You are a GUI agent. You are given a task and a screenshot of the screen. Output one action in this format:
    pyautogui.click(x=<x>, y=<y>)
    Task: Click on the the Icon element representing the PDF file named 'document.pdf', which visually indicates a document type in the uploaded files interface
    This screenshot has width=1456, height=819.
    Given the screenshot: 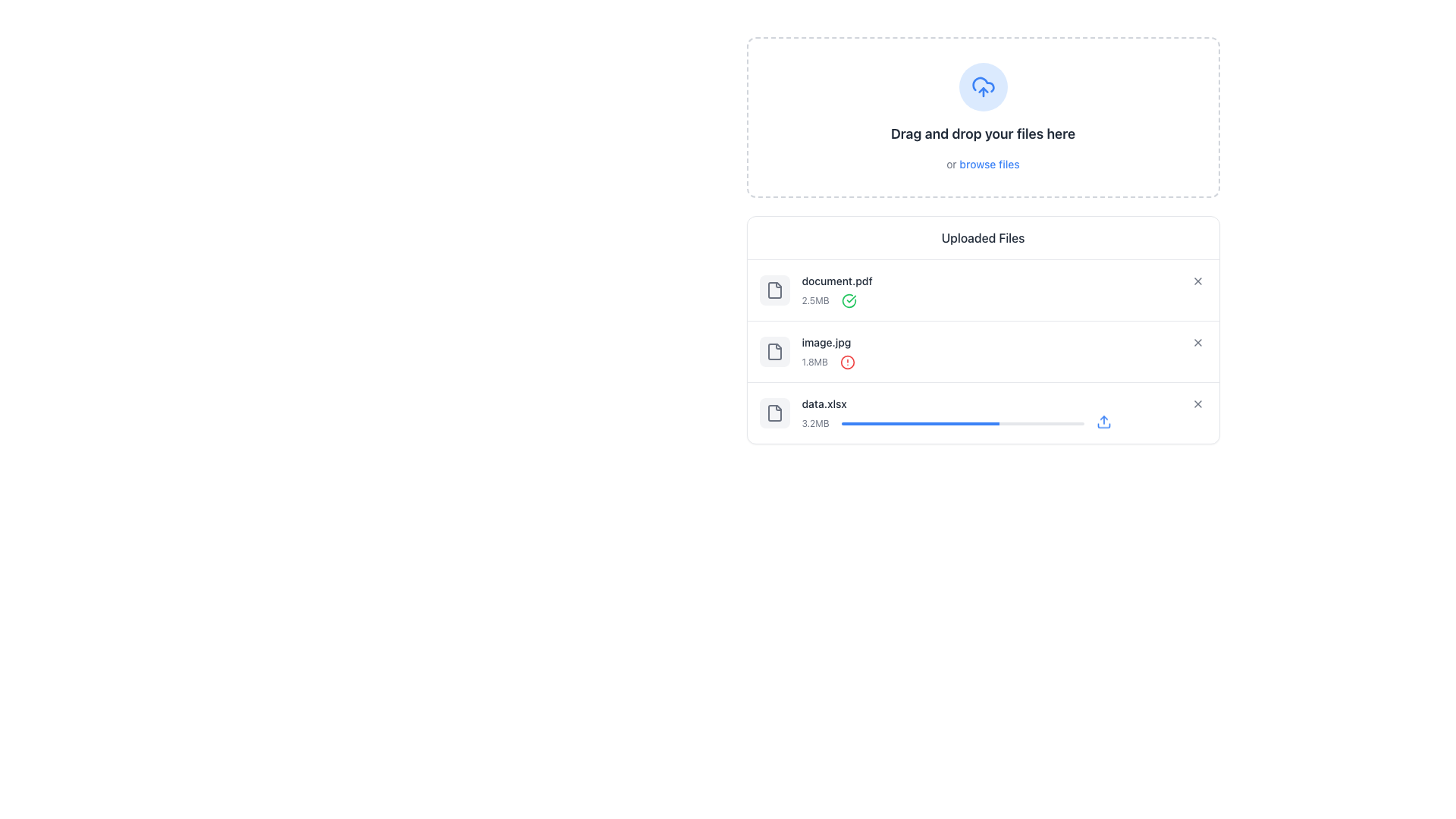 What is the action you would take?
    pyautogui.click(x=774, y=290)
    